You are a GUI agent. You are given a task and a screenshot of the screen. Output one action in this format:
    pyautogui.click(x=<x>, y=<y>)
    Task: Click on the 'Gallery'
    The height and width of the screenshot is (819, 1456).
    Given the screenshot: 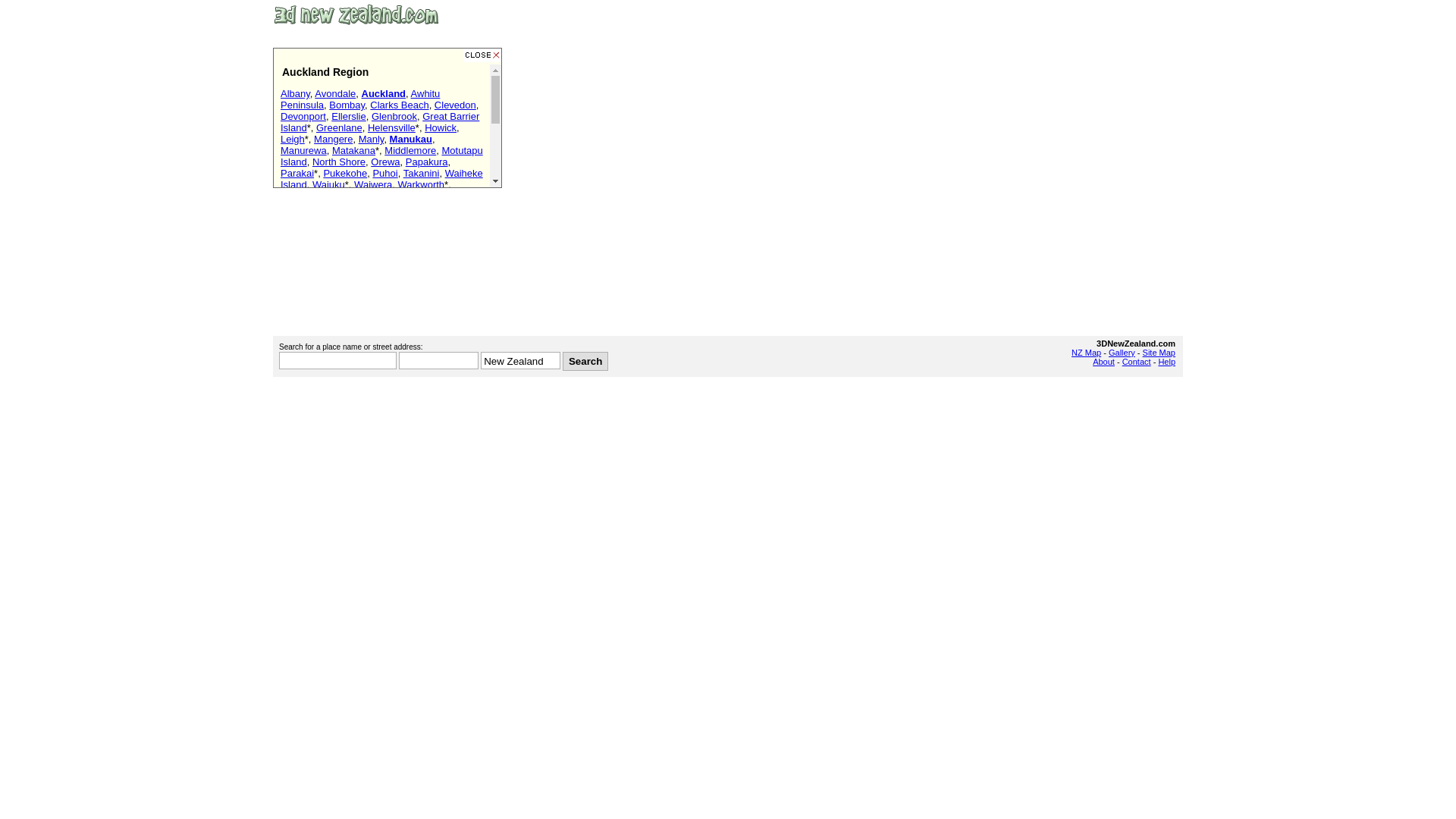 What is the action you would take?
    pyautogui.click(x=1122, y=353)
    